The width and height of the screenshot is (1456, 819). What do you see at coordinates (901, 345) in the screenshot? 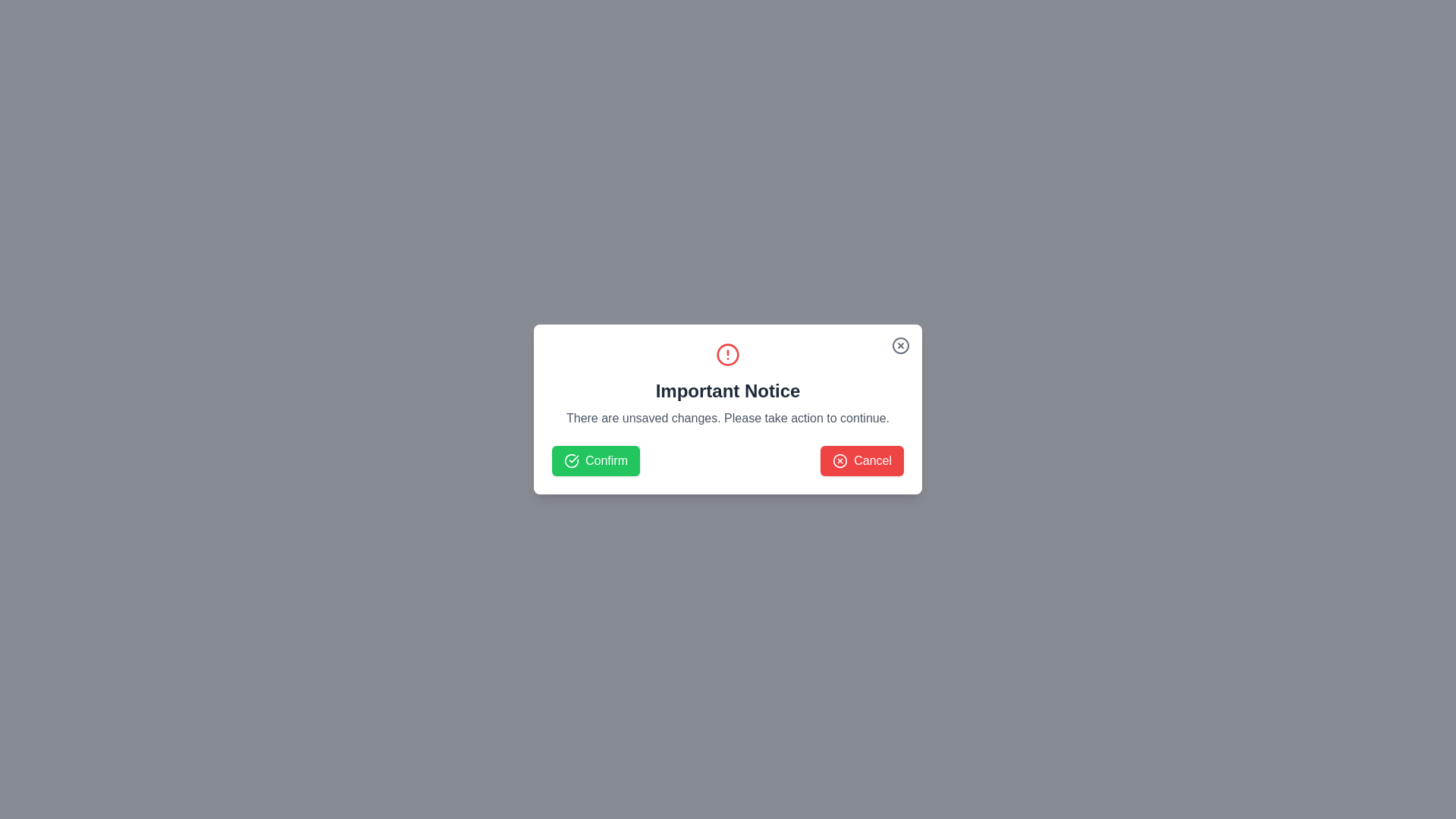
I see `the SVG circle element that forms the outer circular boundary of the close icon located in the top-right corner of the modal window` at bounding box center [901, 345].